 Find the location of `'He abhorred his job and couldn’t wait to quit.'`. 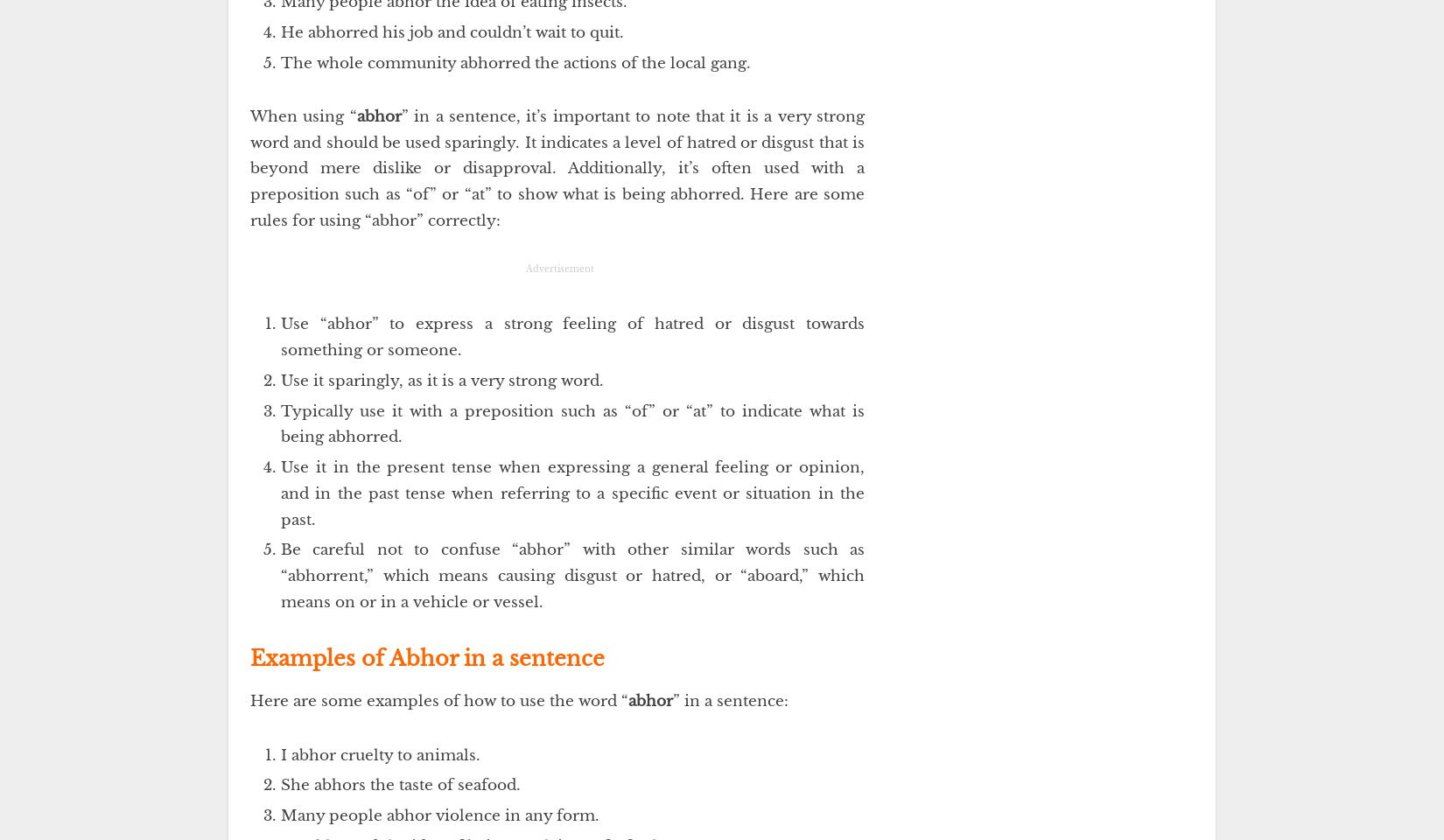

'He abhorred his job and couldn’t wait to quit.' is located at coordinates (451, 31).